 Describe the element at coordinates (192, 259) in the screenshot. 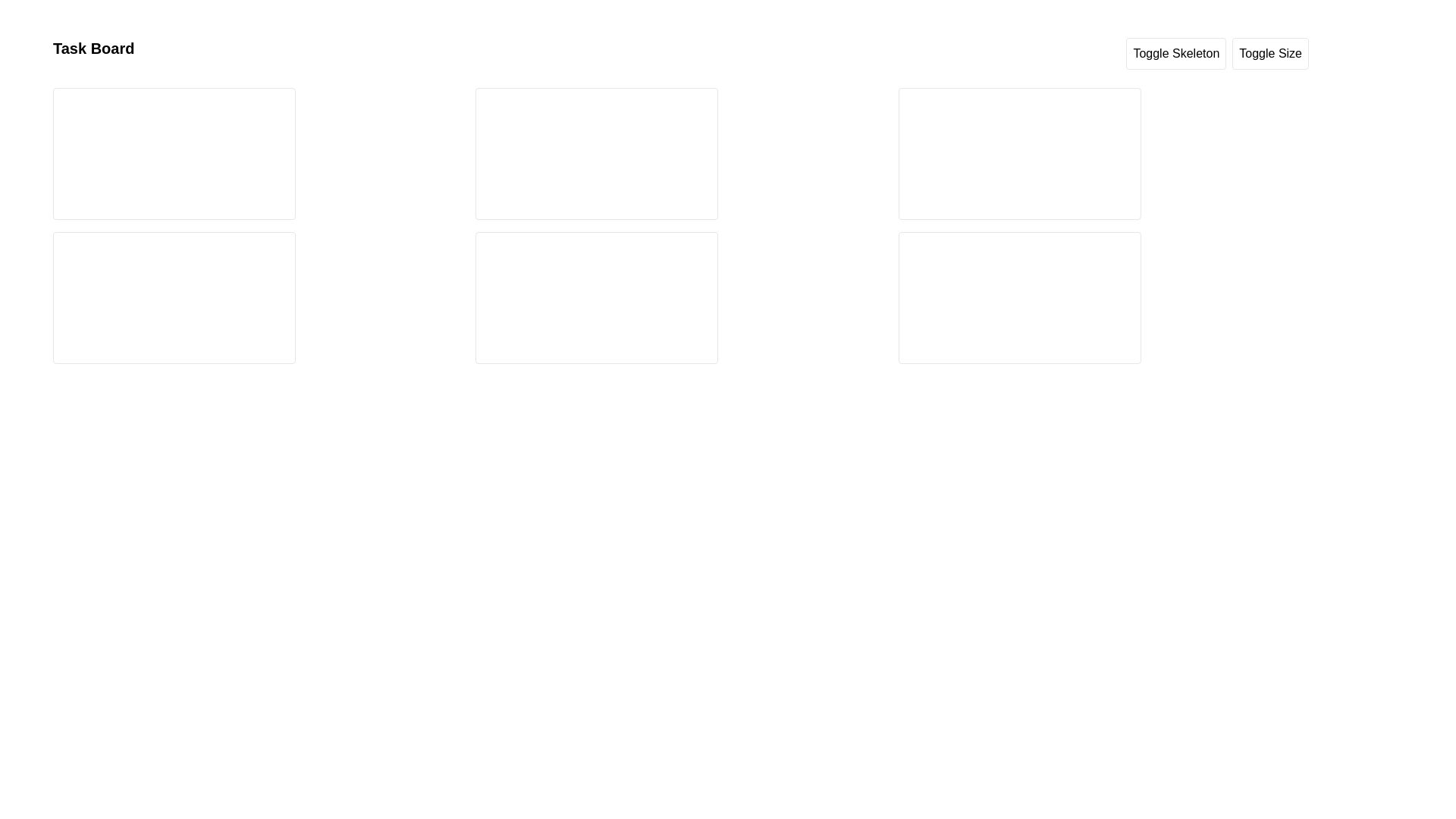

I see `the second component, a placeholder or skeleton loader, positioned to the right of a smaller square element` at that location.